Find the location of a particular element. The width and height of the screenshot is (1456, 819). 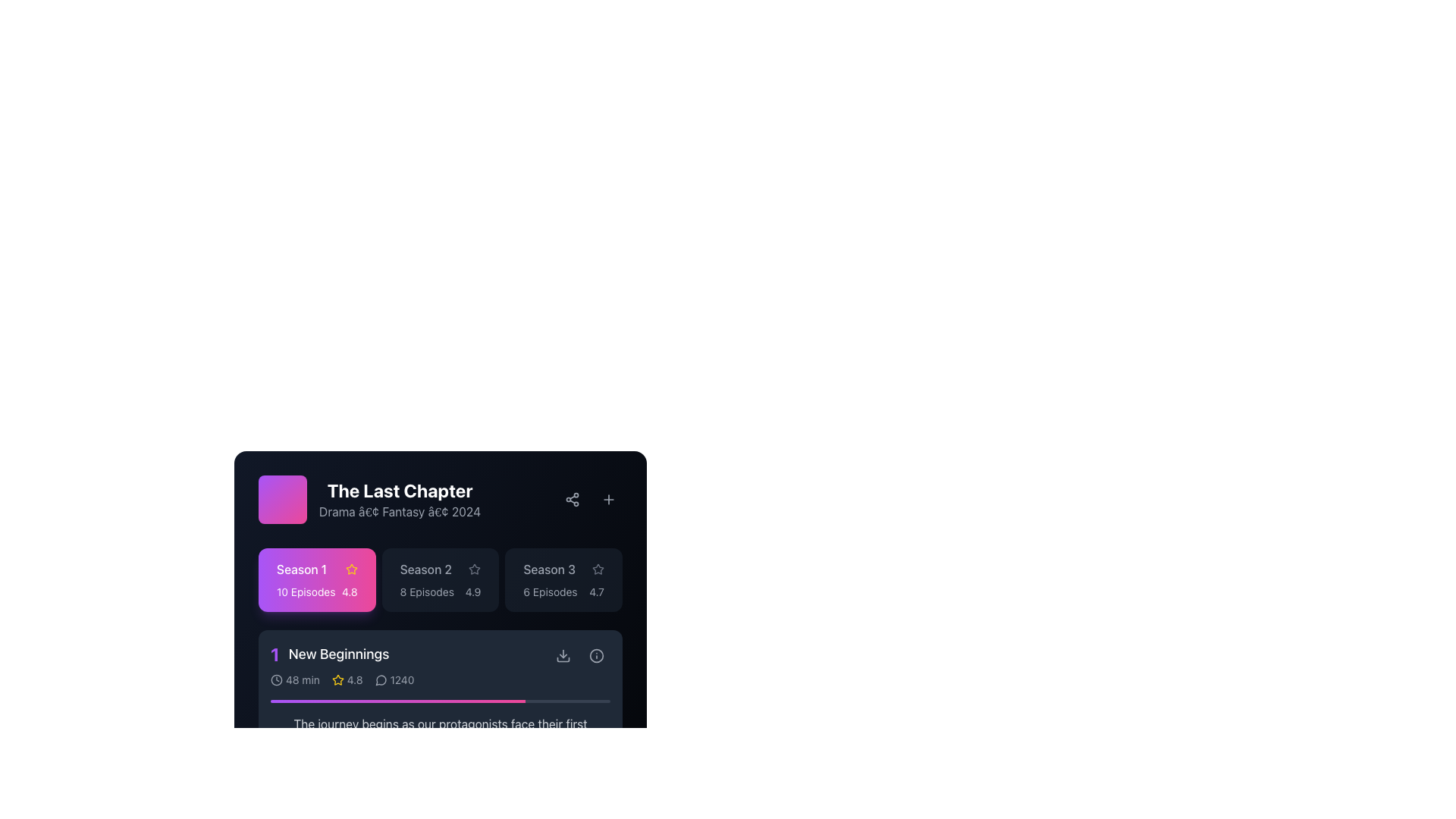

the text label that indicates the duration of the episode, which displays '48 min', located beneath the header '1 New Beginnings' and to the right of a clock-shaped icon is located at coordinates (303, 679).